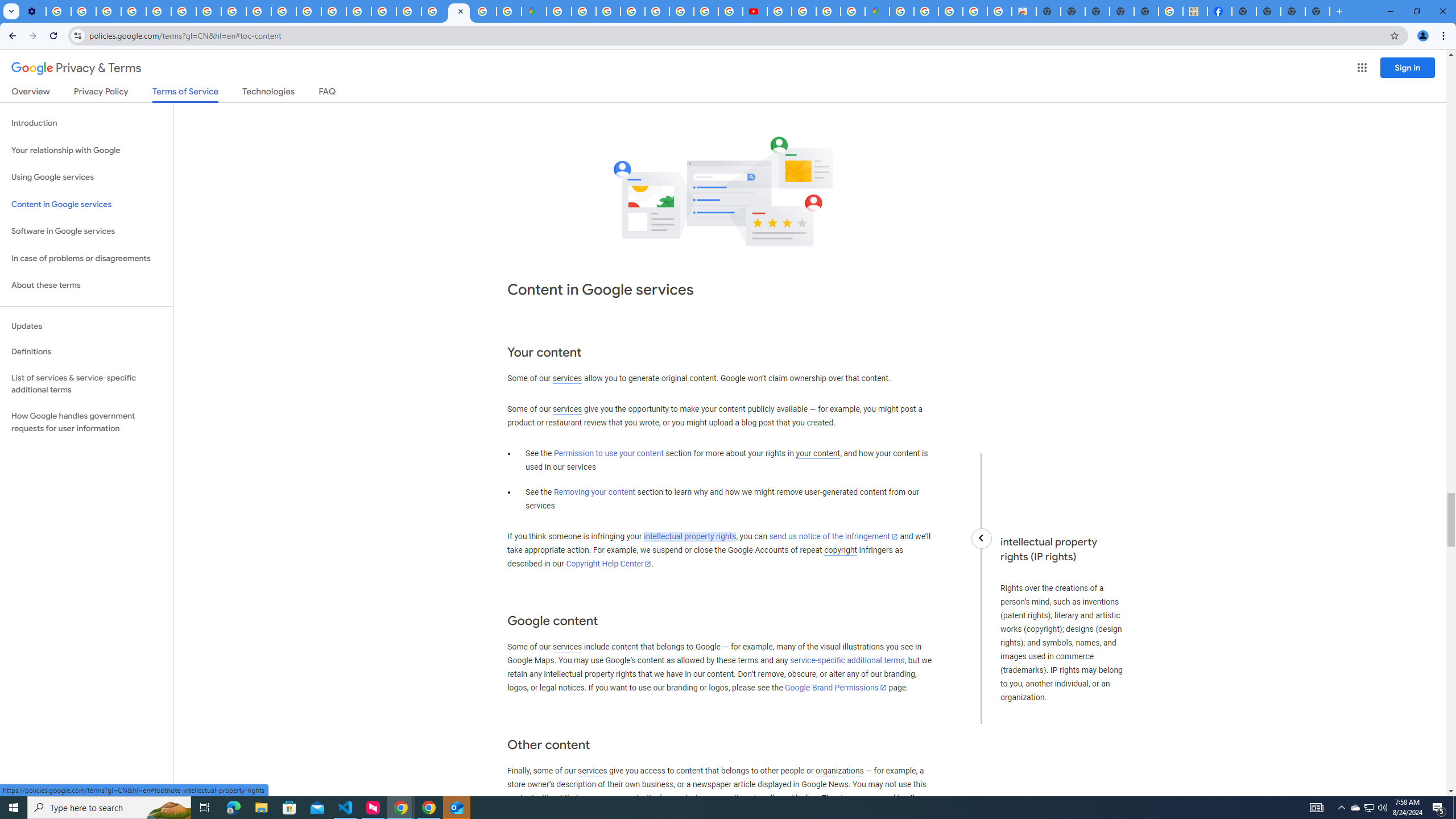 The width and height of the screenshot is (1456, 819). What do you see at coordinates (86, 383) in the screenshot?
I see `'List of services & service-specific additional terms'` at bounding box center [86, 383].